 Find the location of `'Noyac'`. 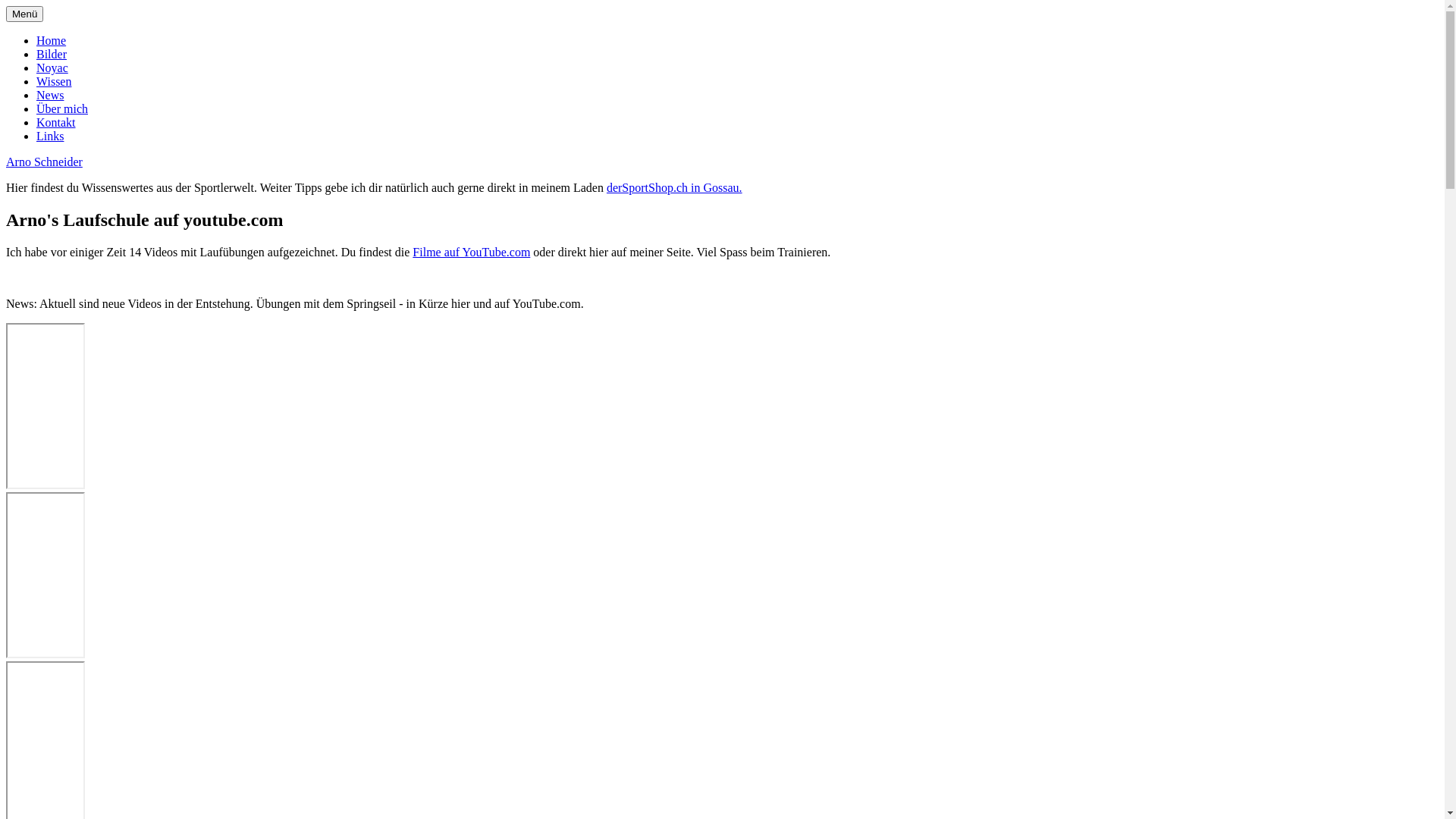

'Noyac' is located at coordinates (52, 67).